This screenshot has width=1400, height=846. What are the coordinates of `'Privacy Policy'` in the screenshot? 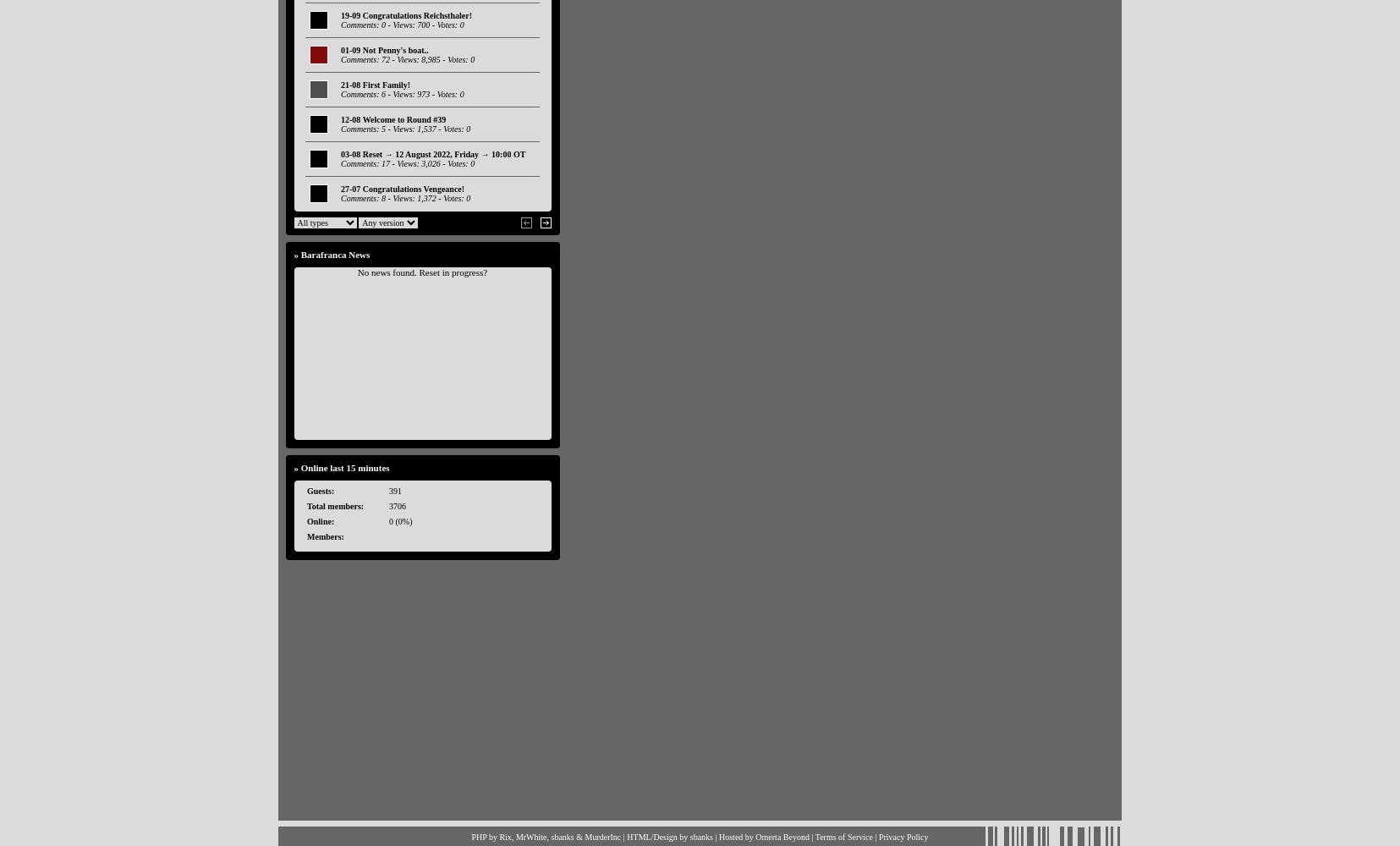 It's located at (903, 835).